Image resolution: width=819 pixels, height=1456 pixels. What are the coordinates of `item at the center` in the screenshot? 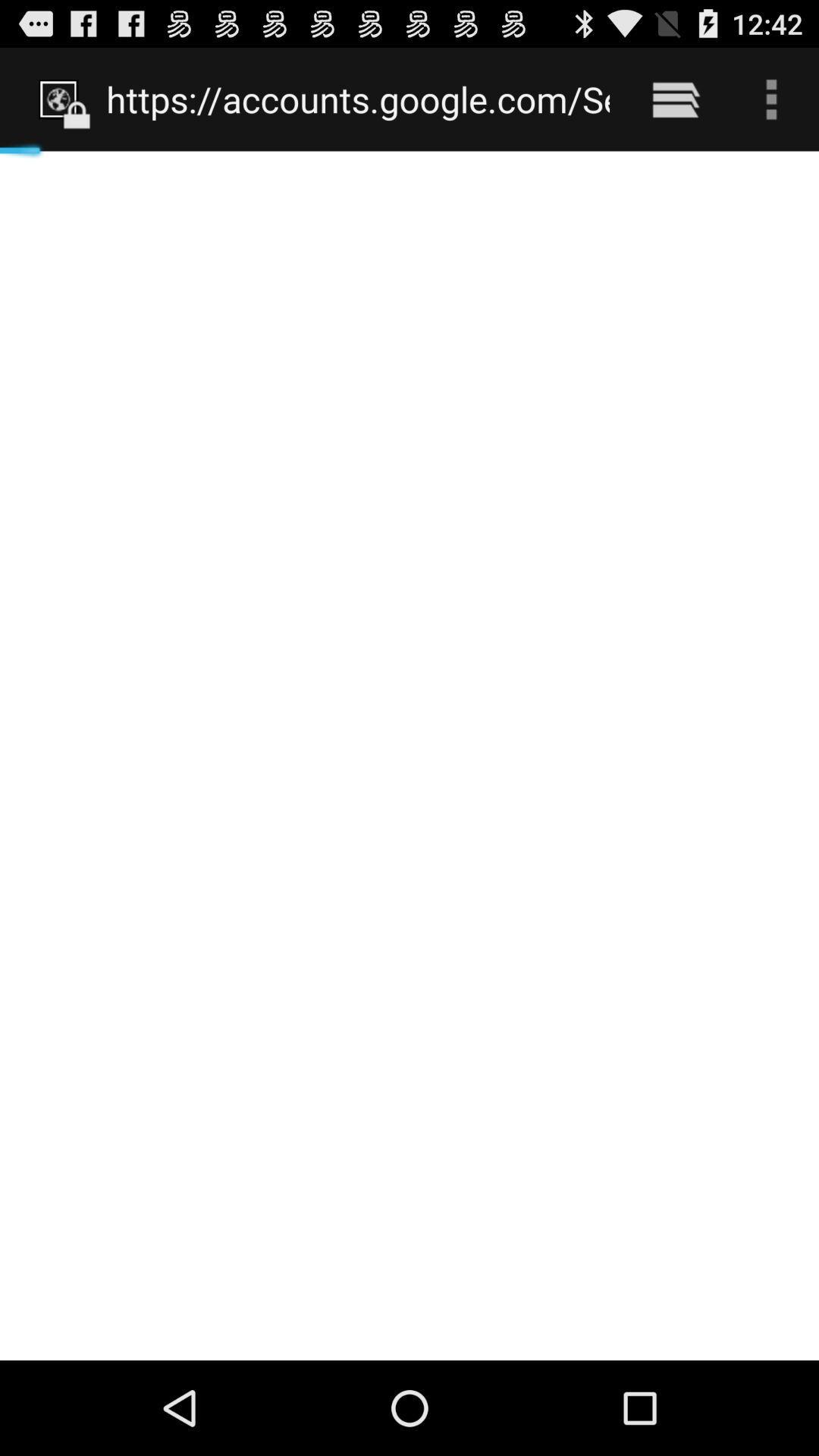 It's located at (409, 755).